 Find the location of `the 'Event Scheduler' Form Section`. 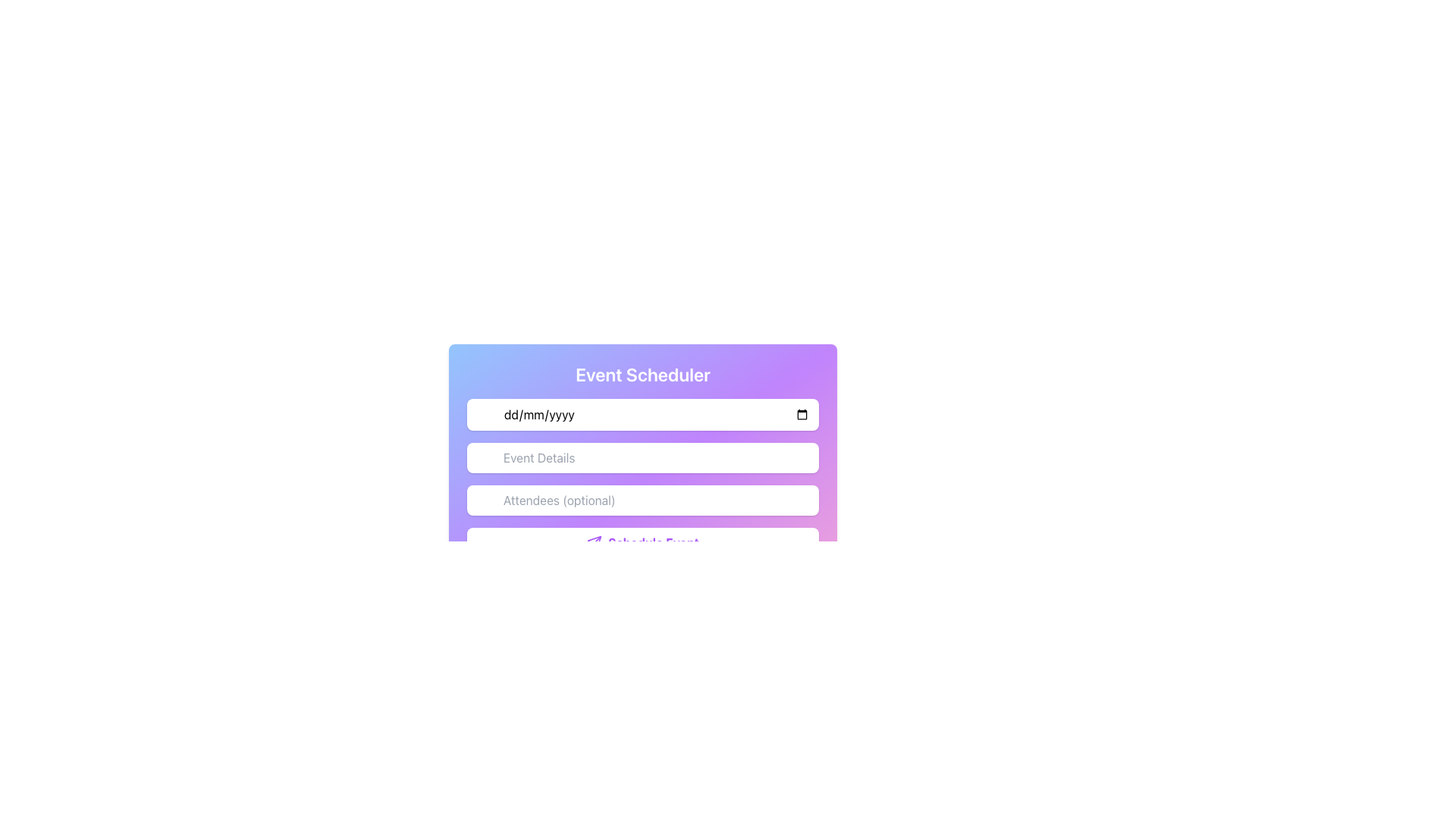

the 'Event Scheduler' Form Section is located at coordinates (643, 485).